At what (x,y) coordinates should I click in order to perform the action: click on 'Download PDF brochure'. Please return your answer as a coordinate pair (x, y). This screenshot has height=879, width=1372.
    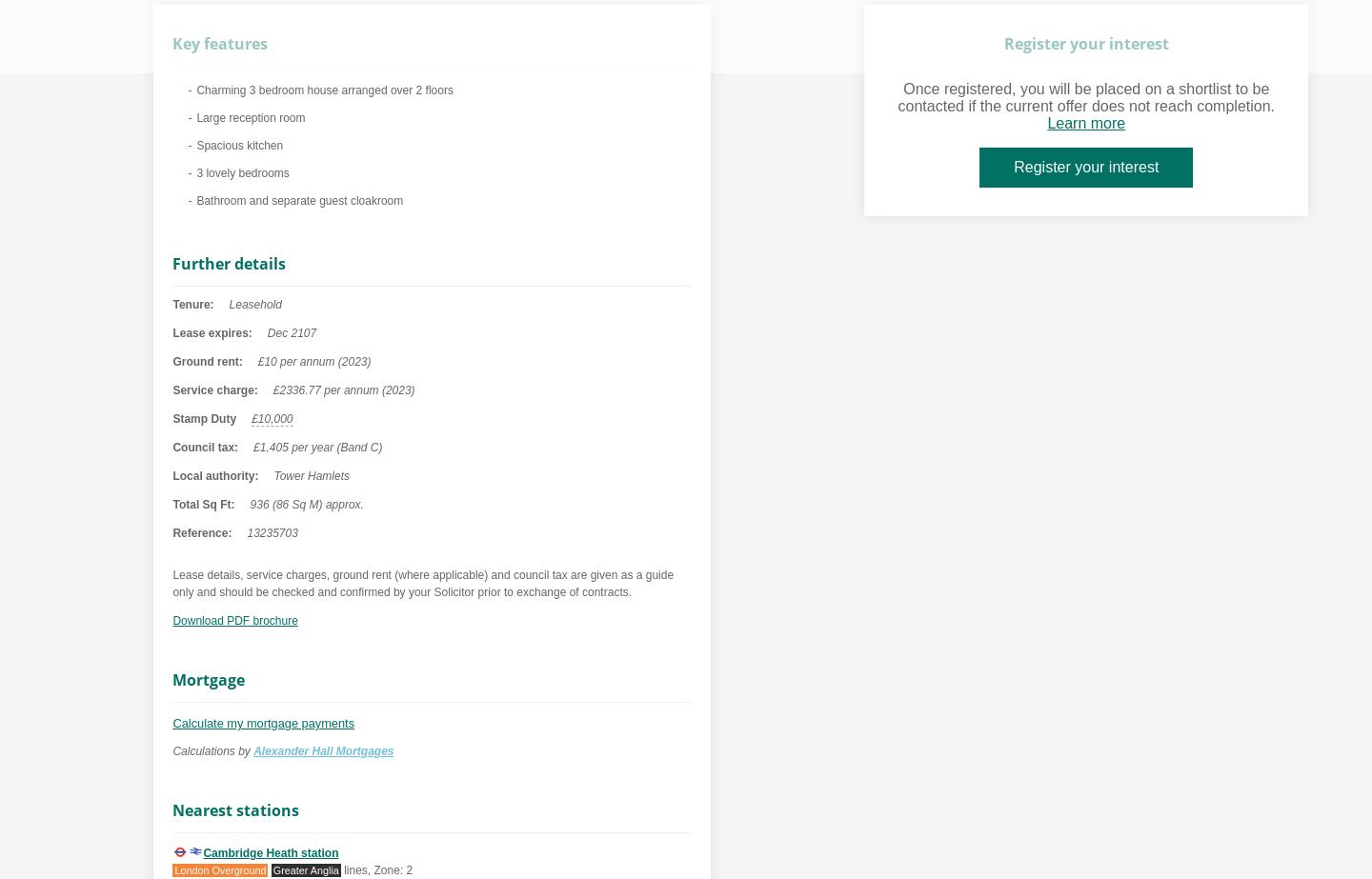
    Looking at the image, I should click on (233, 620).